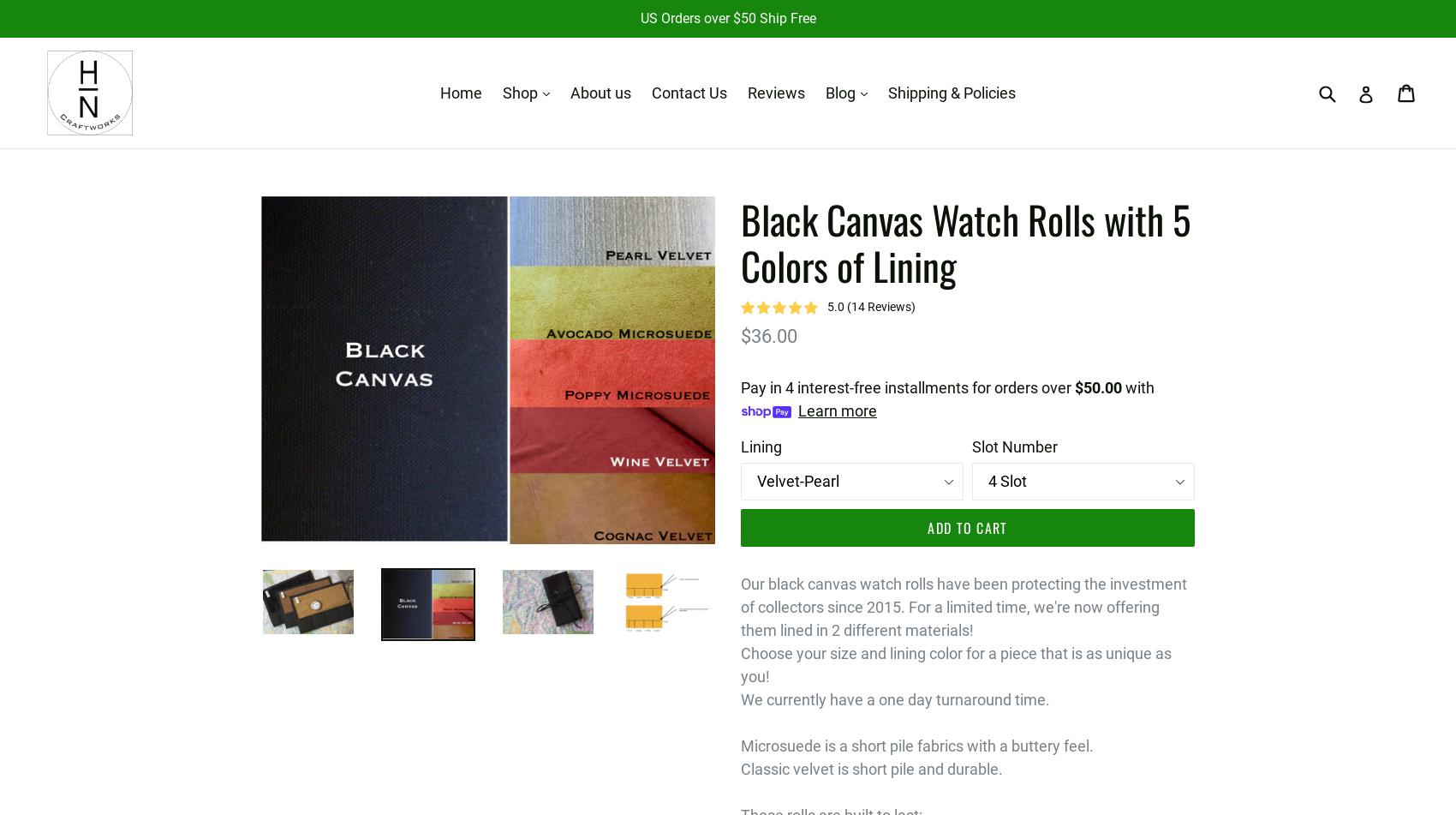 Image resolution: width=1456 pixels, height=815 pixels. Describe the element at coordinates (894, 698) in the screenshot. I see `'We currently have a one day turnaround time.'` at that location.